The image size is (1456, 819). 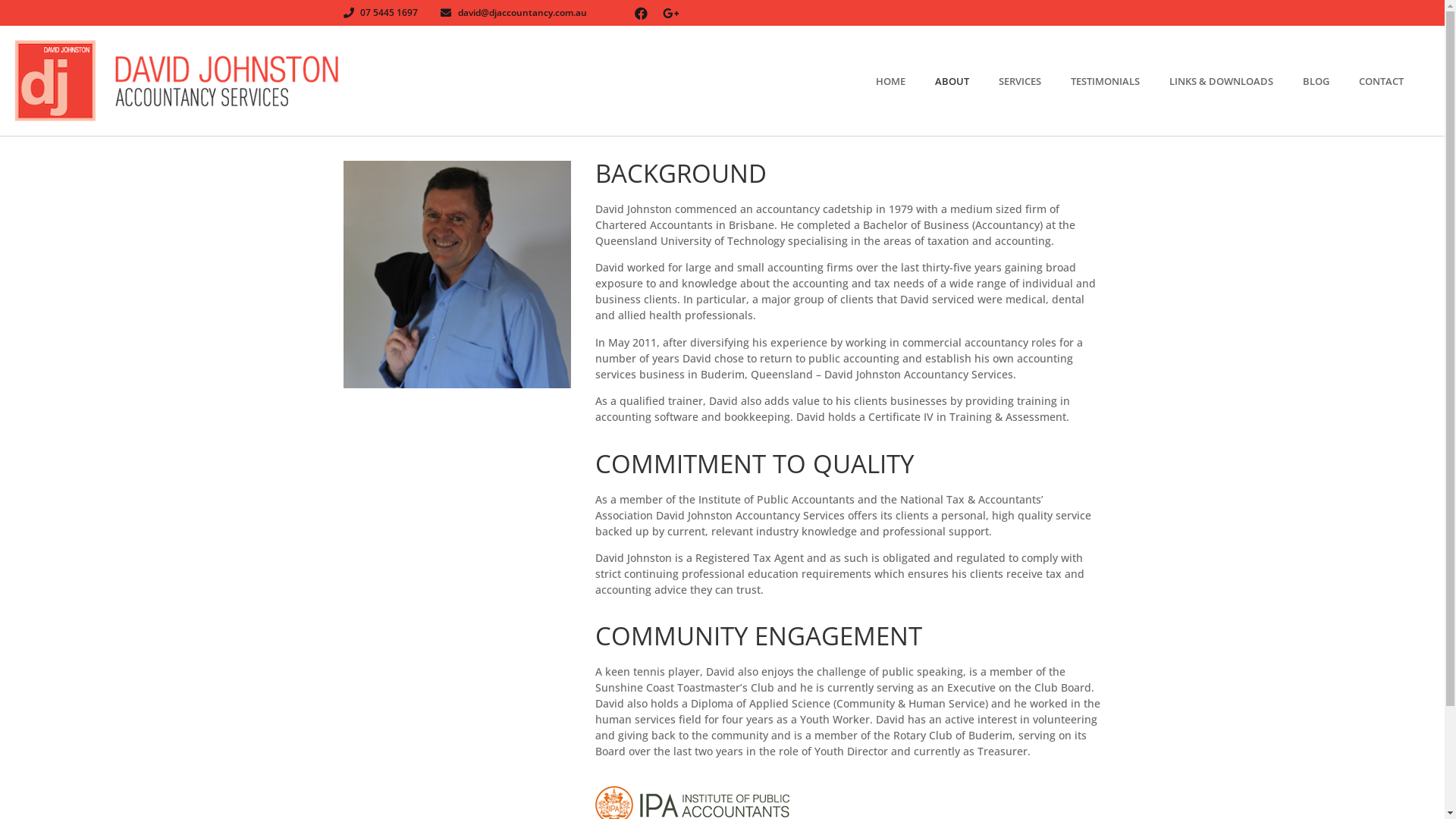 I want to click on 'LINKS & DOWNLOADS', so click(x=1236, y=81).